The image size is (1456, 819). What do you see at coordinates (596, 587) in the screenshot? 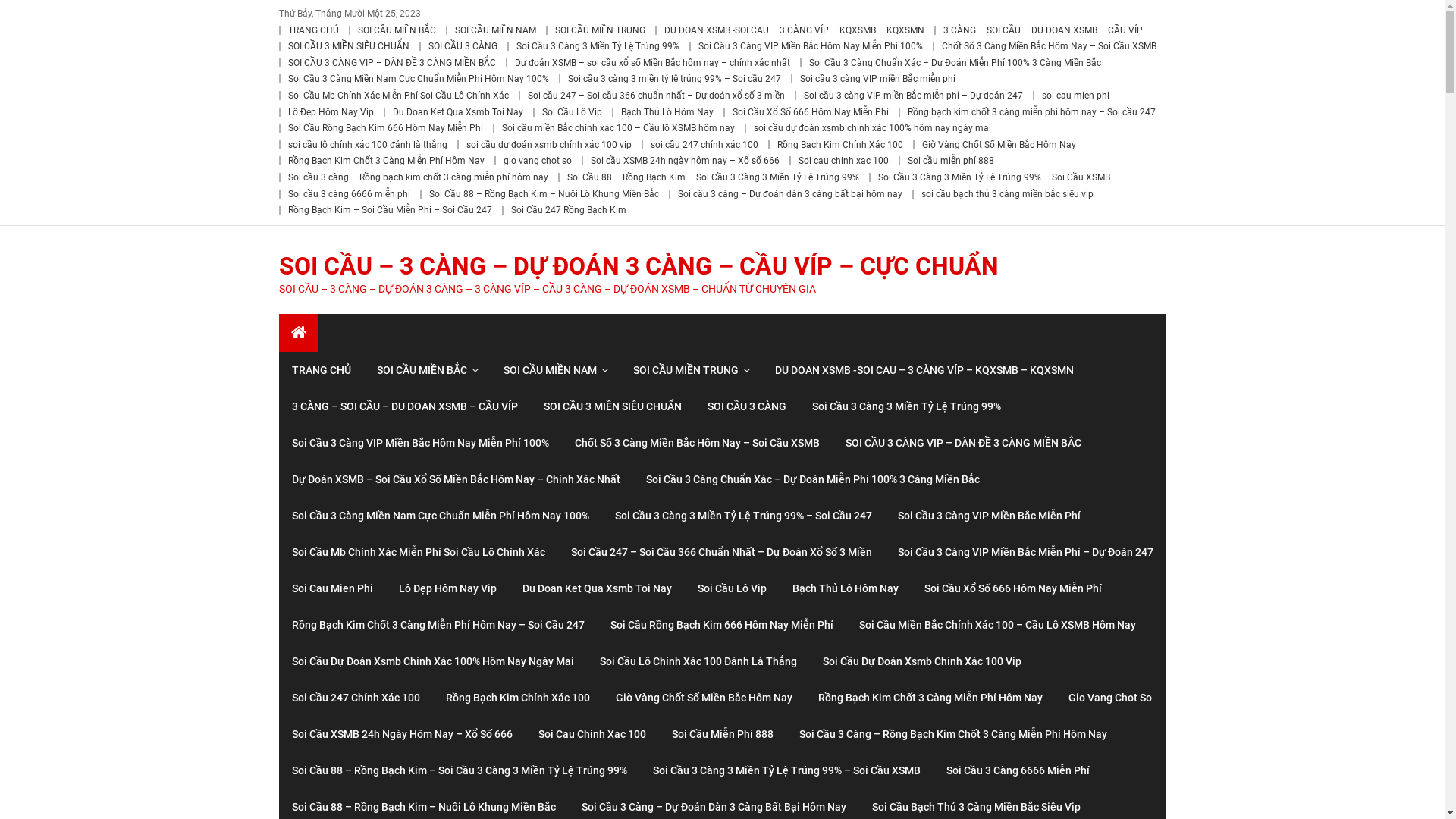
I see `'Du Doan Ket Qua Xsmb Toi Nay'` at bounding box center [596, 587].